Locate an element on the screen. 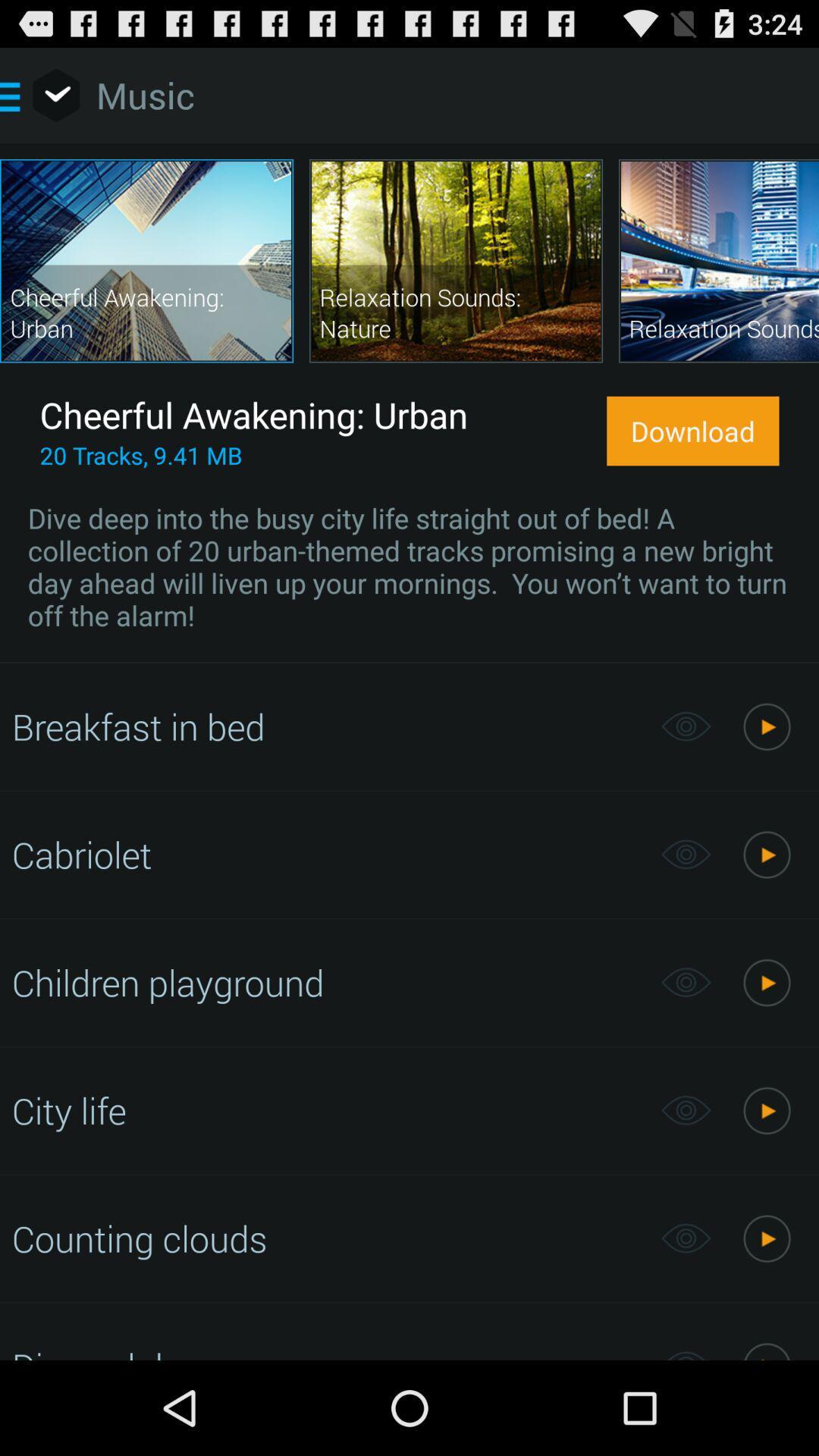  icon above the dive deep into is located at coordinates (692, 430).